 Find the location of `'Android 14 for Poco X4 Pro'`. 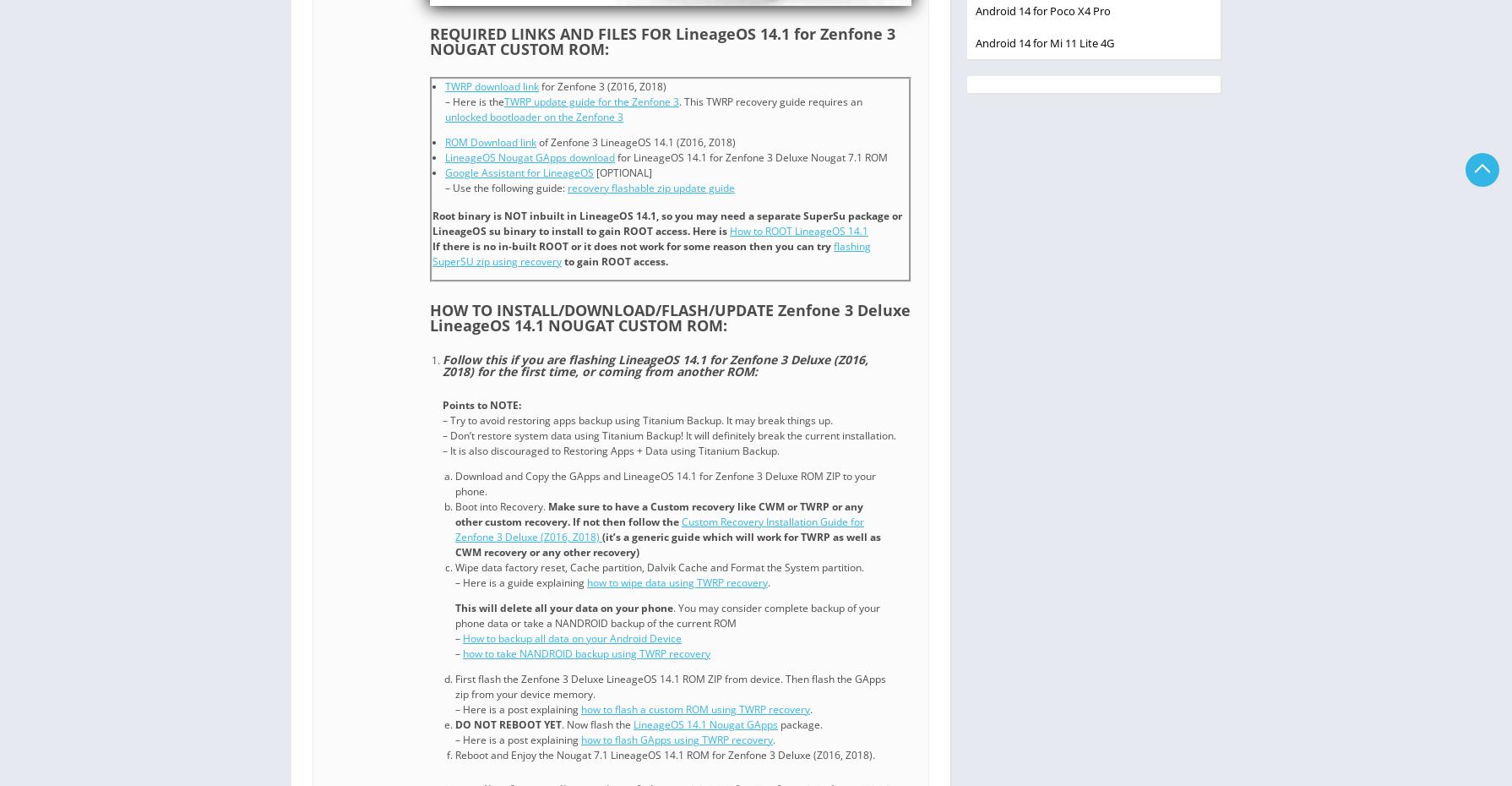

'Android 14 for Poco X4 Pro' is located at coordinates (976, 8).